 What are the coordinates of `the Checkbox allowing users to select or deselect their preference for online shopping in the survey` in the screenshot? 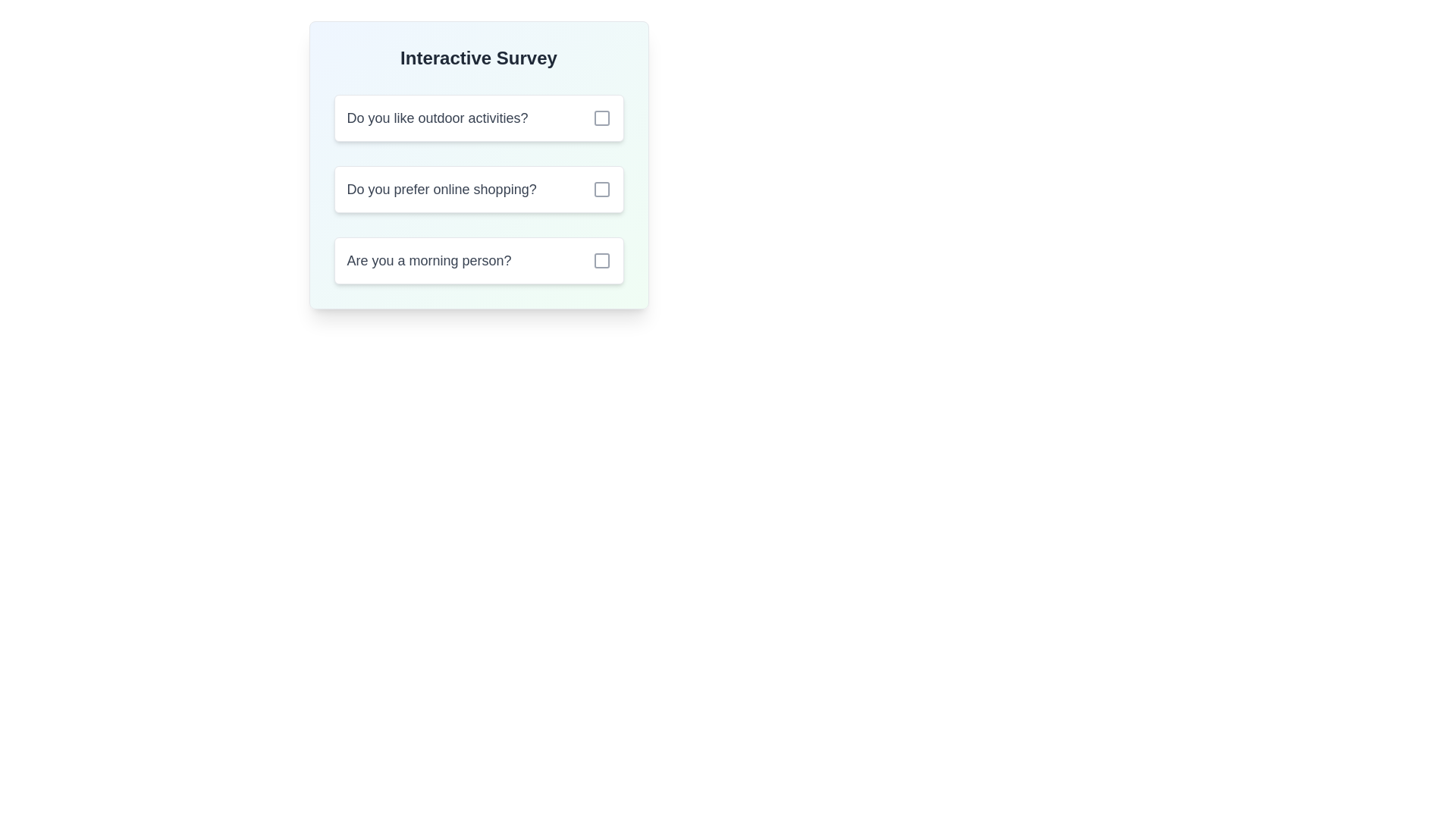 It's located at (601, 189).